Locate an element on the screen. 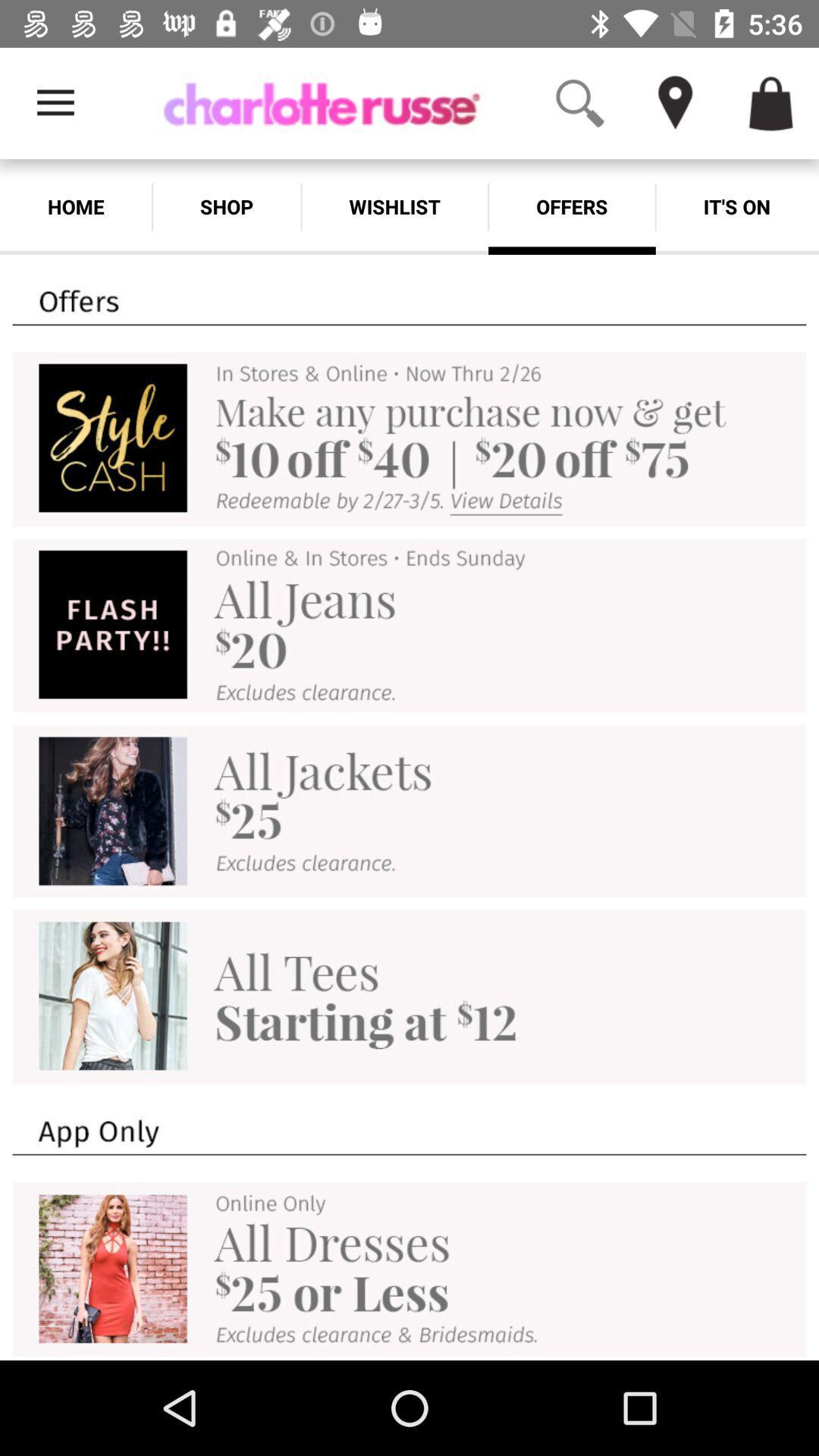 The height and width of the screenshot is (1456, 819). the item next to wishlist is located at coordinates (572, 206).